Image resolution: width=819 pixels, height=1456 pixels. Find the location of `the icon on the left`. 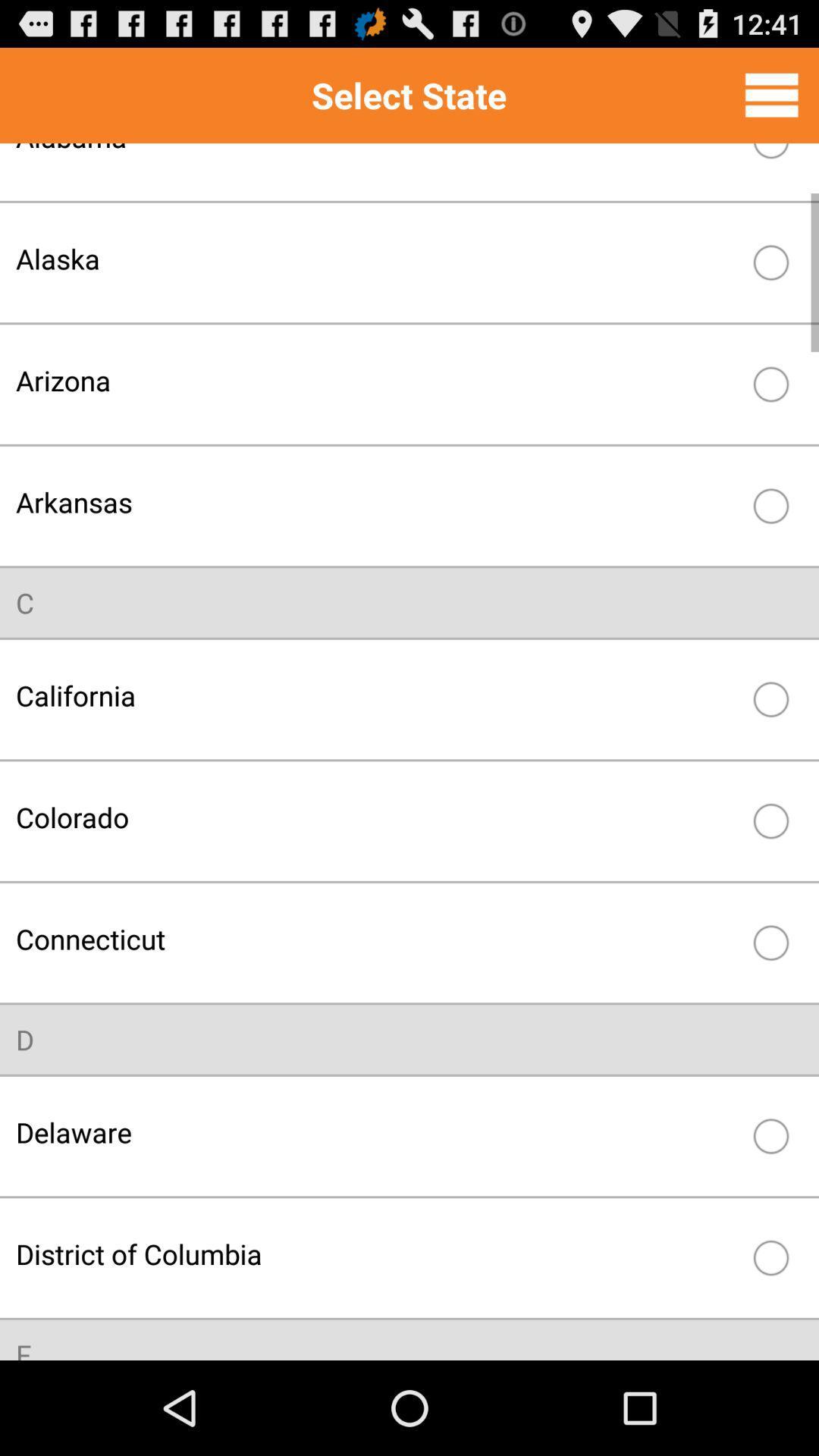

the icon on the left is located at coordinates (25, 602).